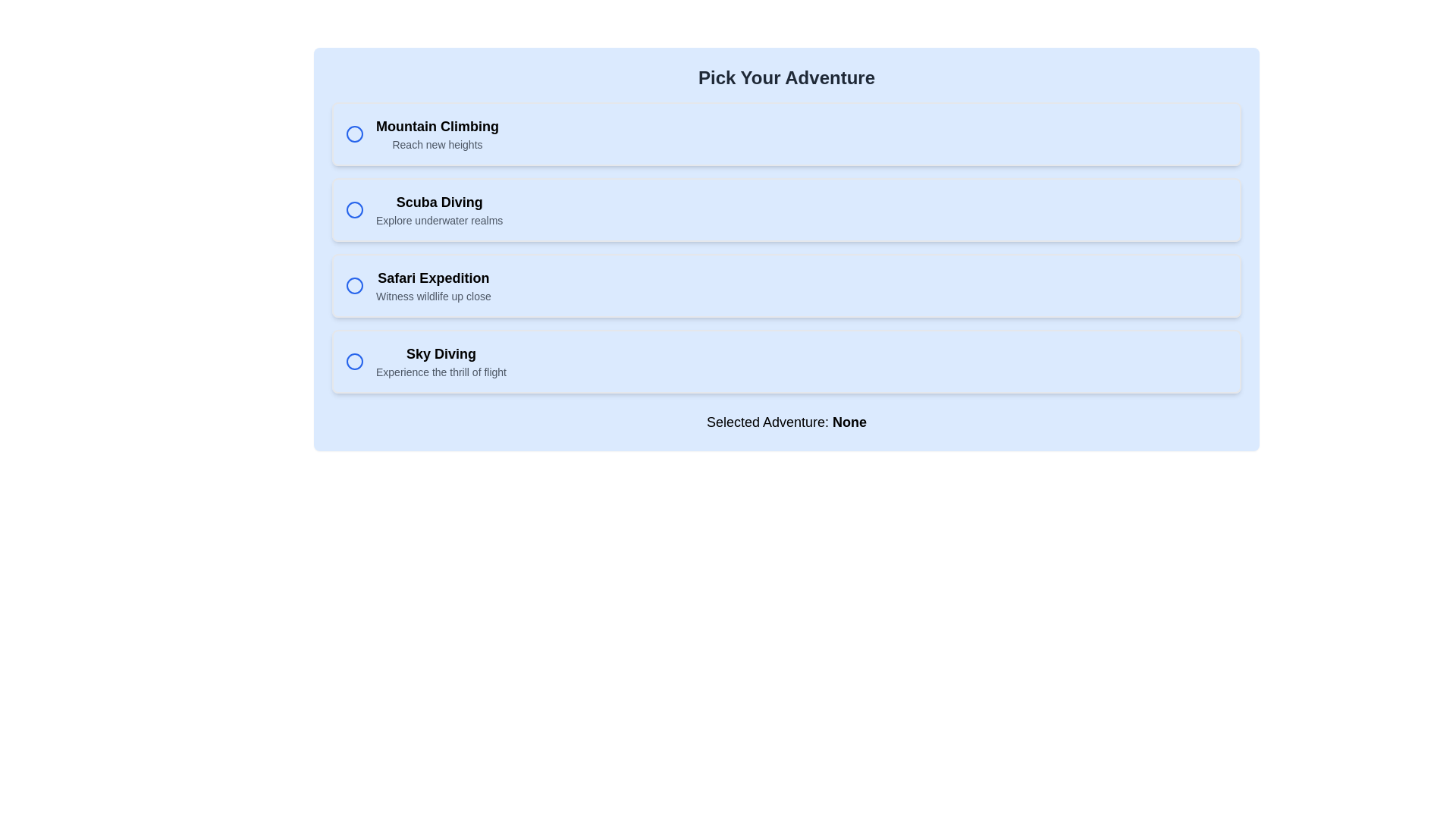  I want to click on the descriptive text label for the 'Scuba Diving' option, which is located below the main text of the same option, so click(438, 220).